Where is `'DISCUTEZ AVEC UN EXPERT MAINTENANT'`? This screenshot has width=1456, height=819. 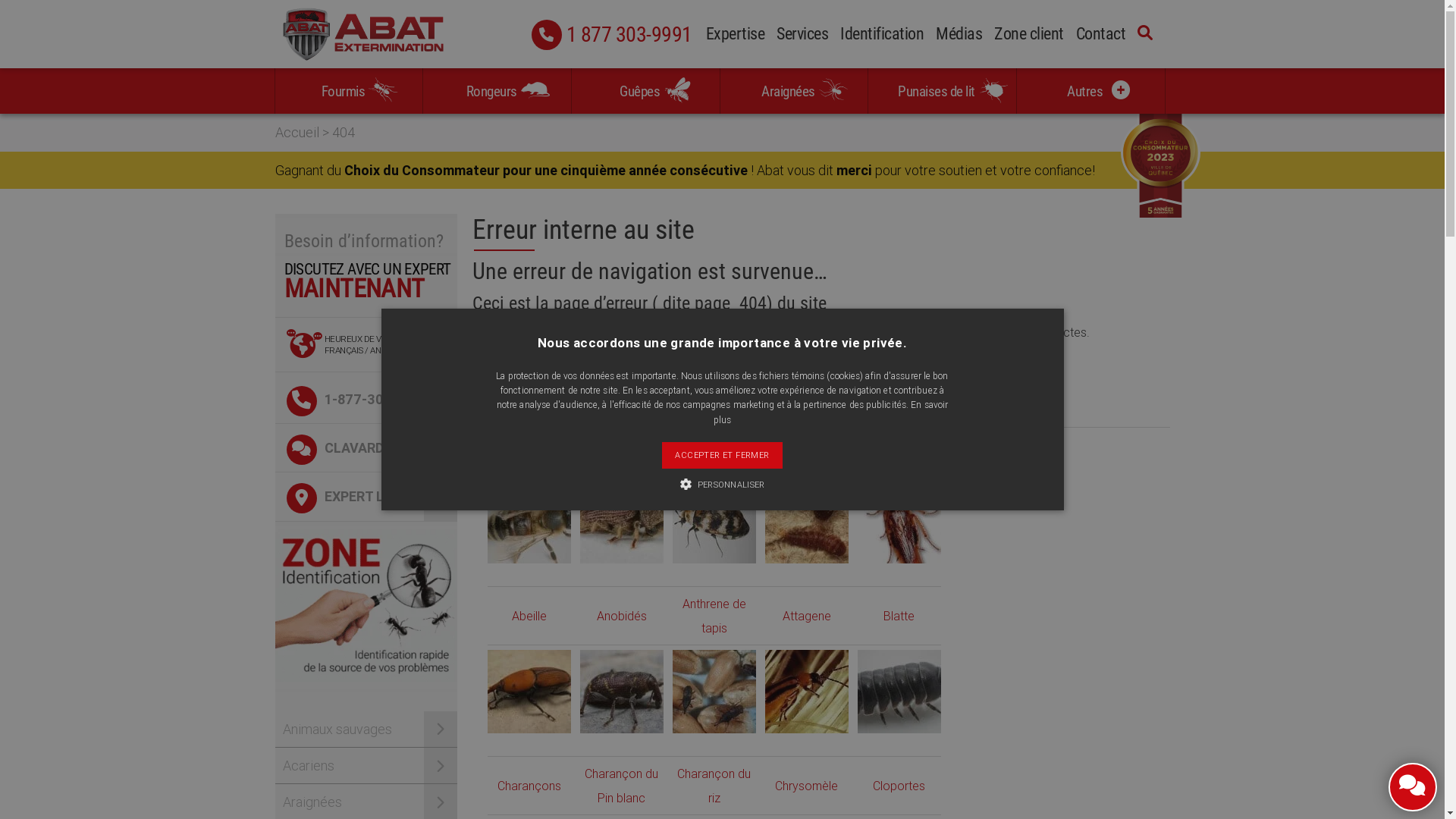
'DISCUTEZ AVEC UN EXPERT MAINTENANT' is located at coordinates (365, 289).